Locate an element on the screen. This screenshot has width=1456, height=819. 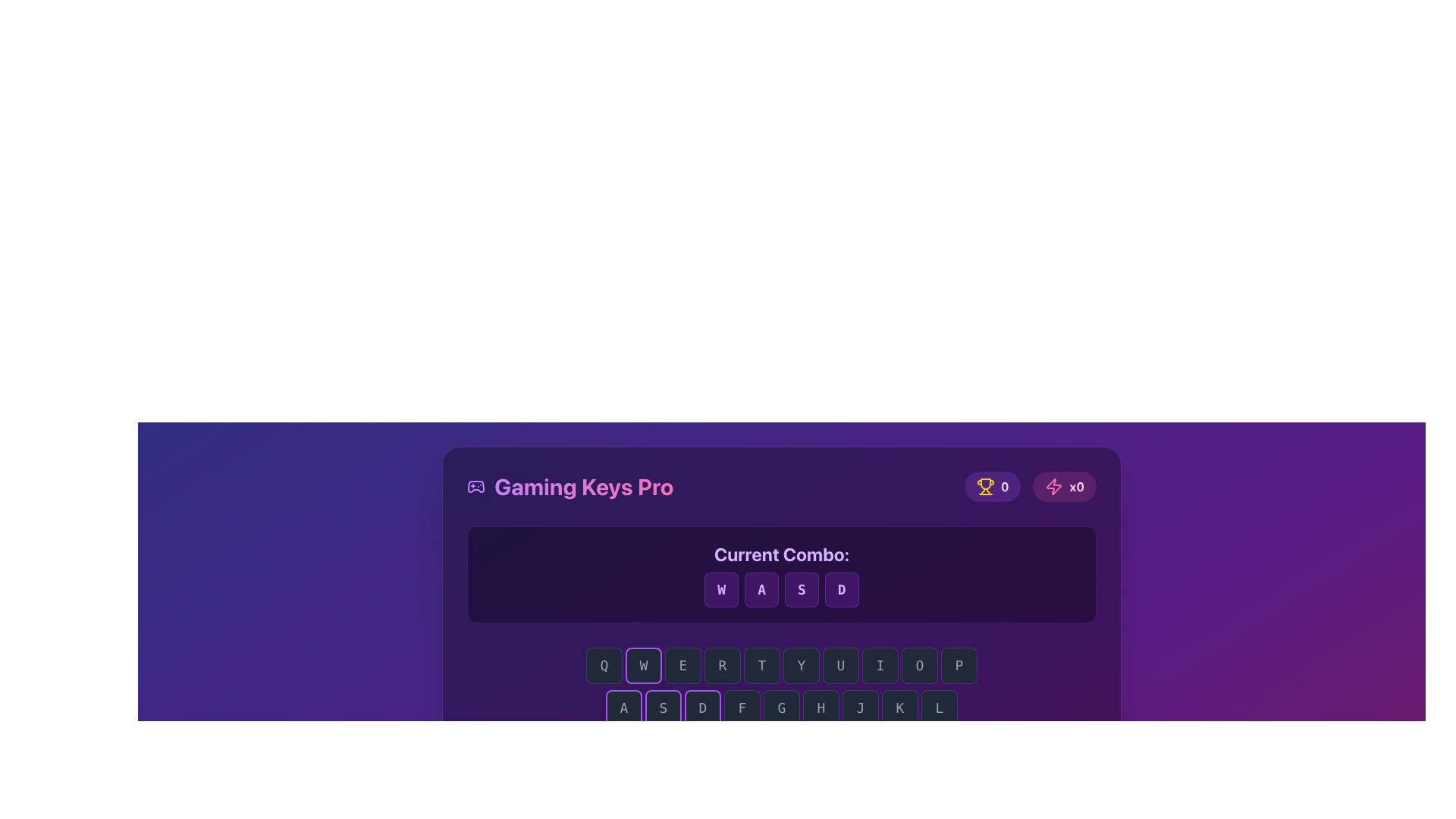
the square button with rounded corners, dark gray background, and a lighter gray letter 'H' centered on it, located between the 'G' and 'J' buttons is located at coordinates (821, 708).